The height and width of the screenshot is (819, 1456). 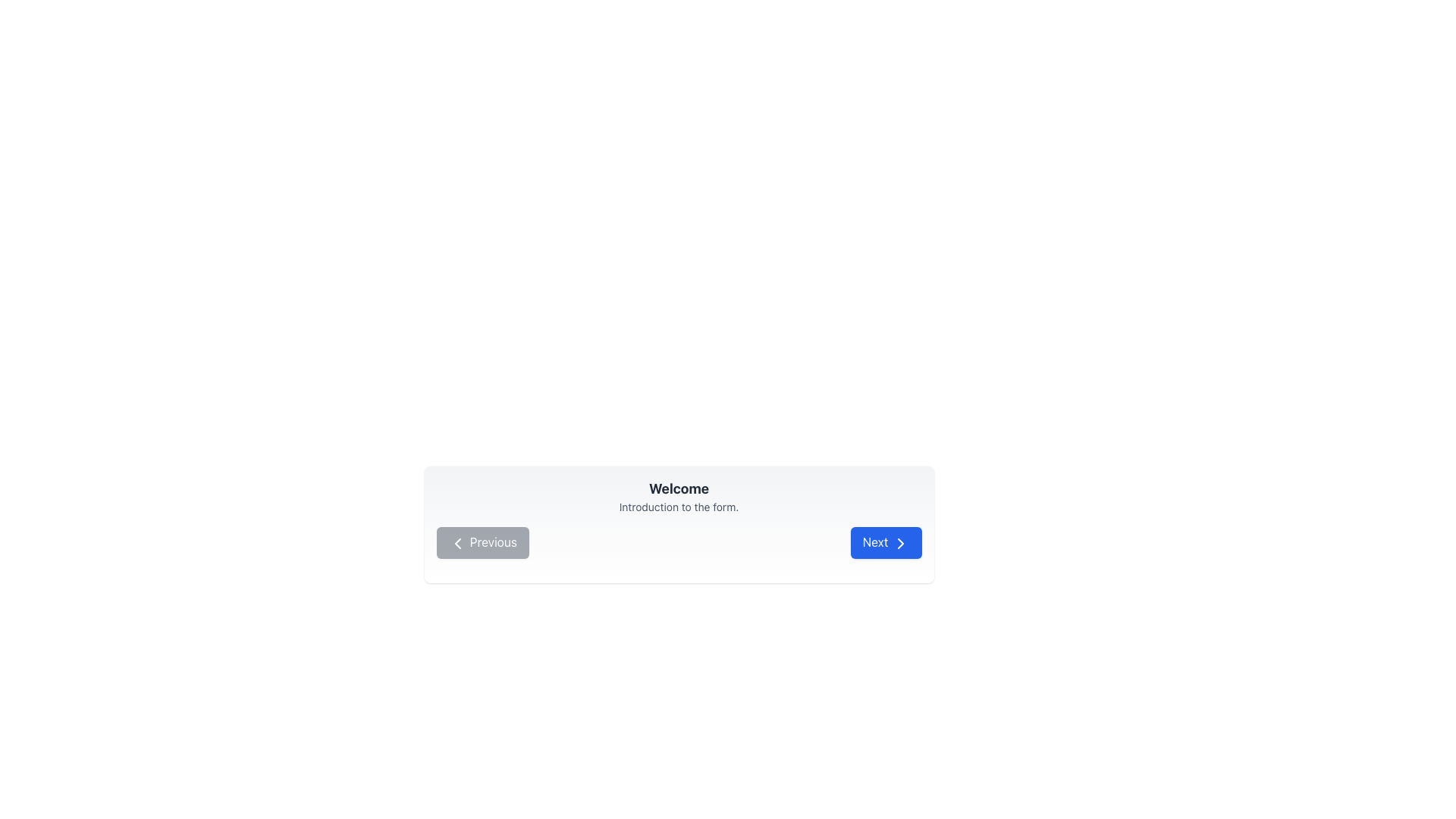 What do you see at coordinates (678, 488) in the screenshot?
I see `the static text element that serves as the header for the content, which displays 'Welcome'` at bounding box center [678, 488].